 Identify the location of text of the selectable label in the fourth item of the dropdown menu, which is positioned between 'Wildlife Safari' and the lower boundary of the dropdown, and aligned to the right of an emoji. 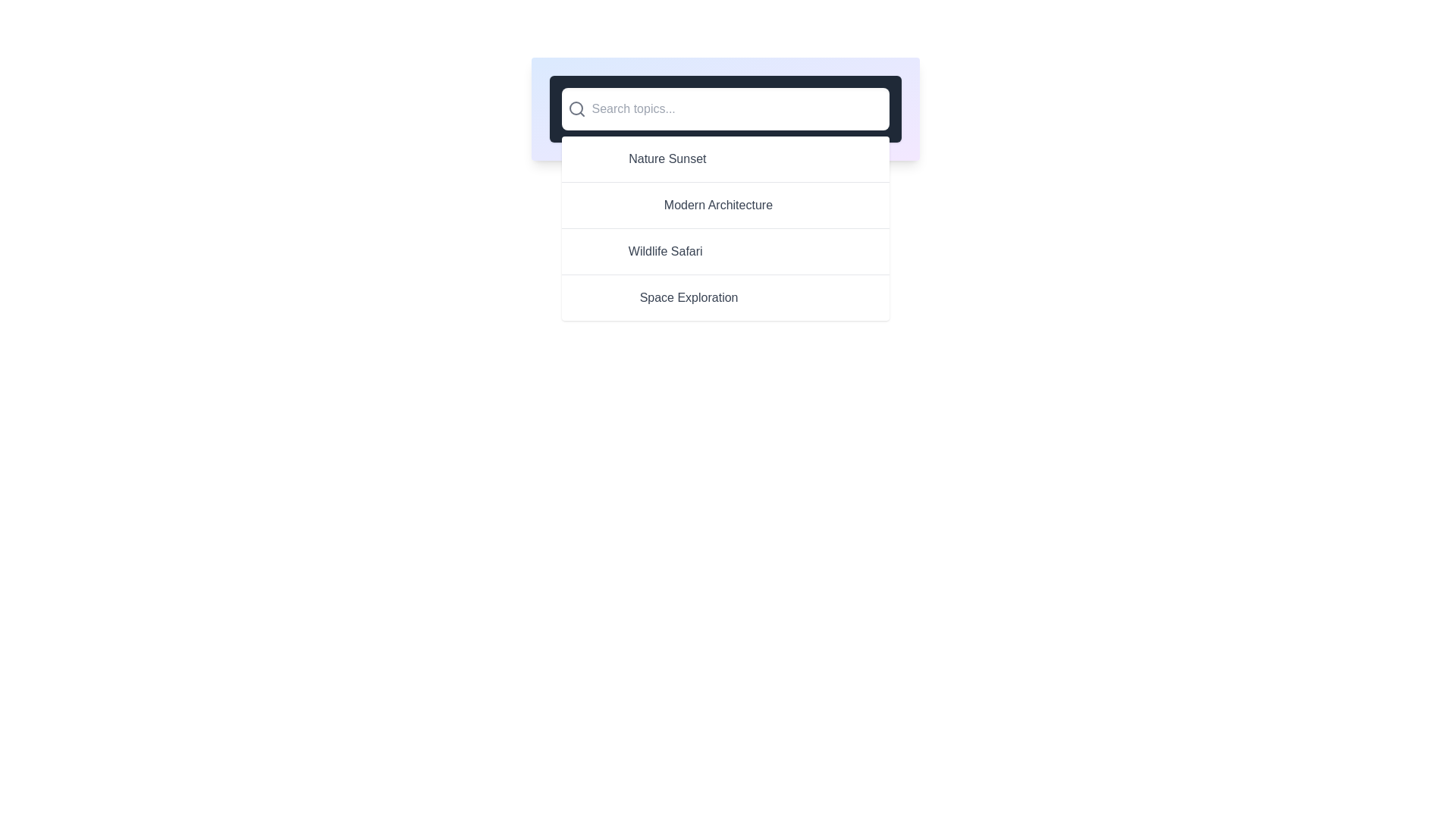
(688, 298).